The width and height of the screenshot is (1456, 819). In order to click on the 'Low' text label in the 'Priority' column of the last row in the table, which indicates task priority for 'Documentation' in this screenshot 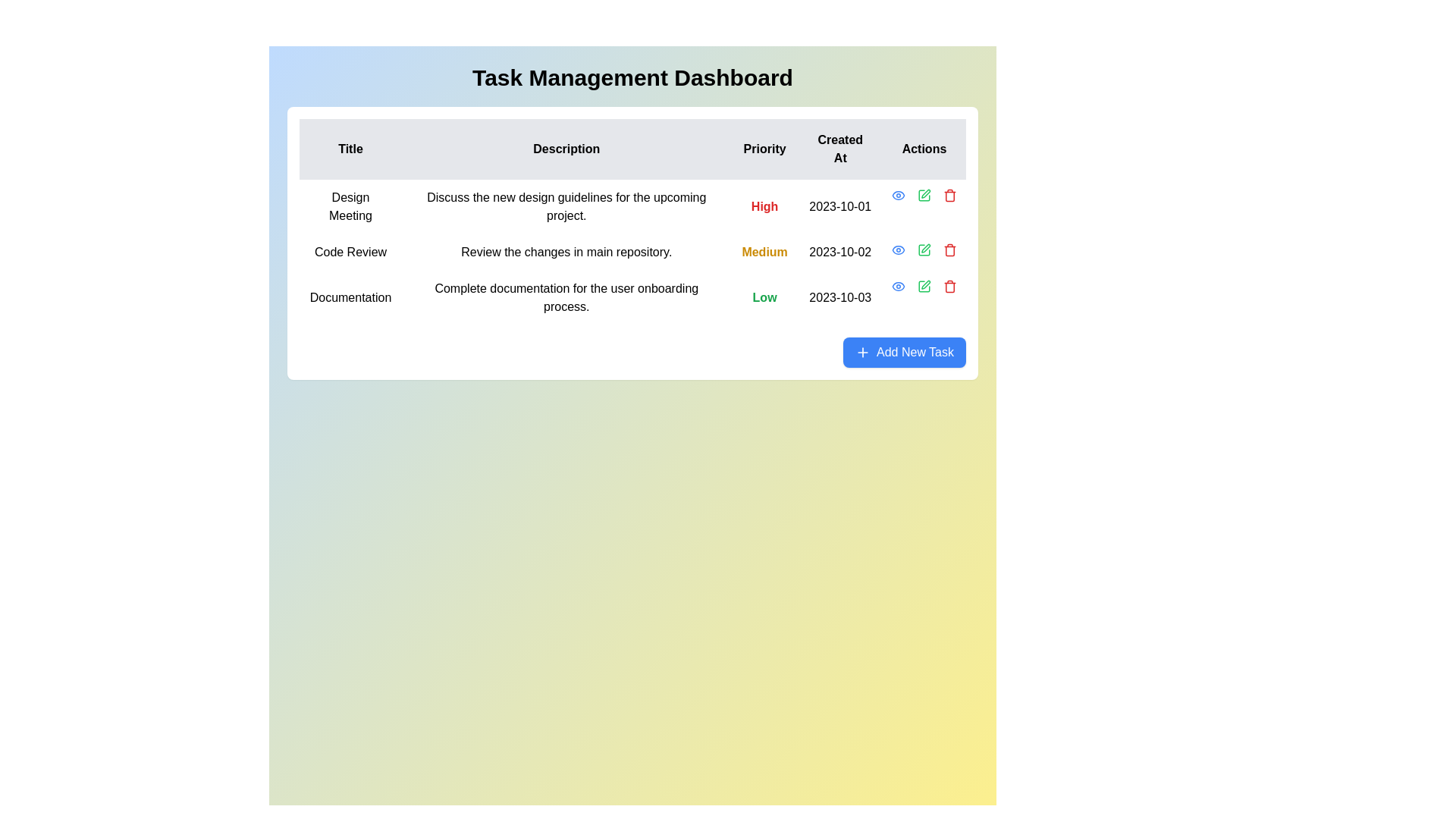, I will do `click(764, 298)`.